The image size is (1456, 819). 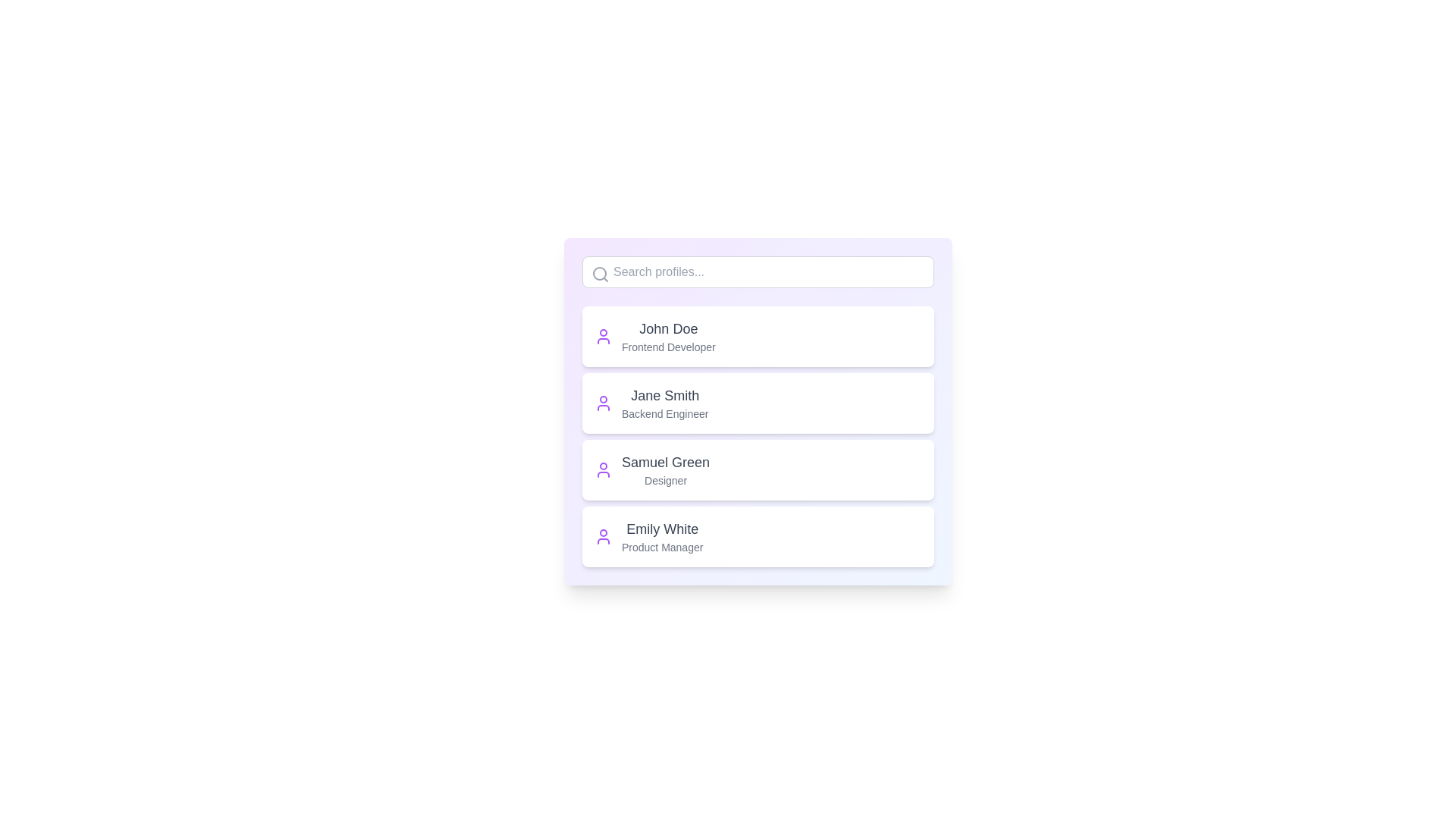 What do you see at coordinates (758, 536) in the screenshot?
I see `the Profile card for 'Emily White', which features her name in bold and the role 'Product Manager' beneath it` at bounding box center [758, 536].